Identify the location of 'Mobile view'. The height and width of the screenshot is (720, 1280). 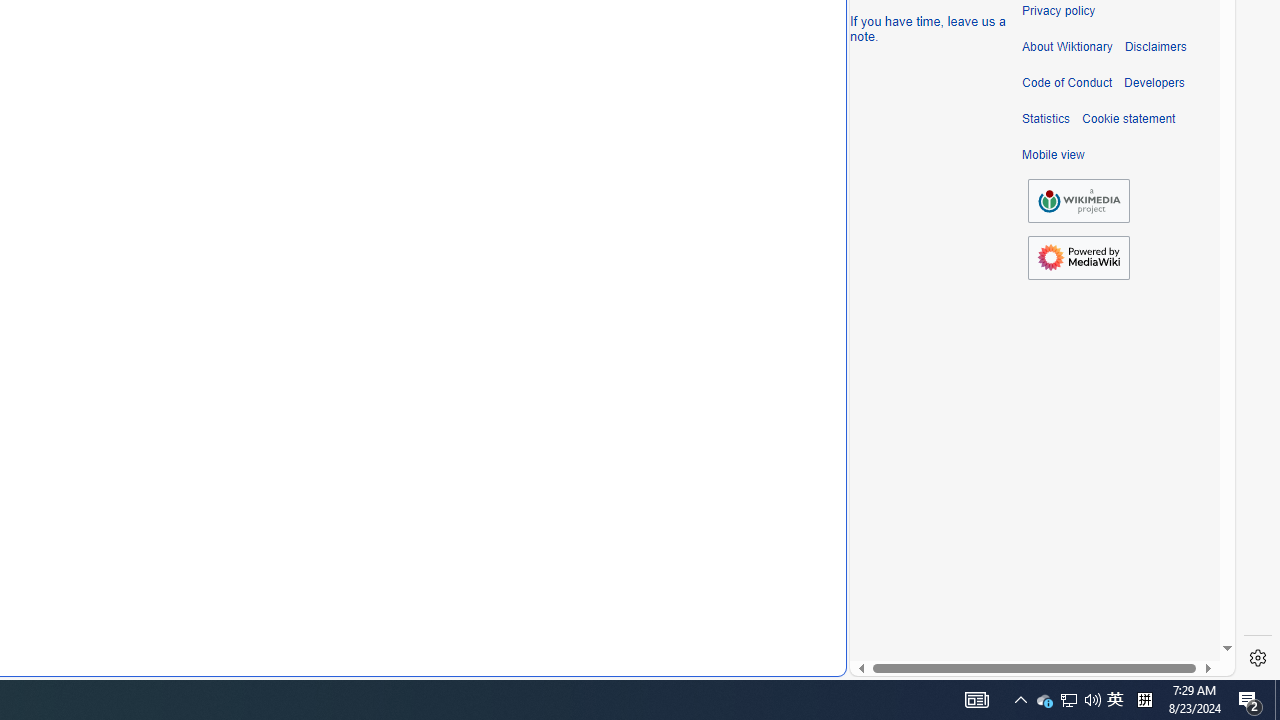
(1052, 154).